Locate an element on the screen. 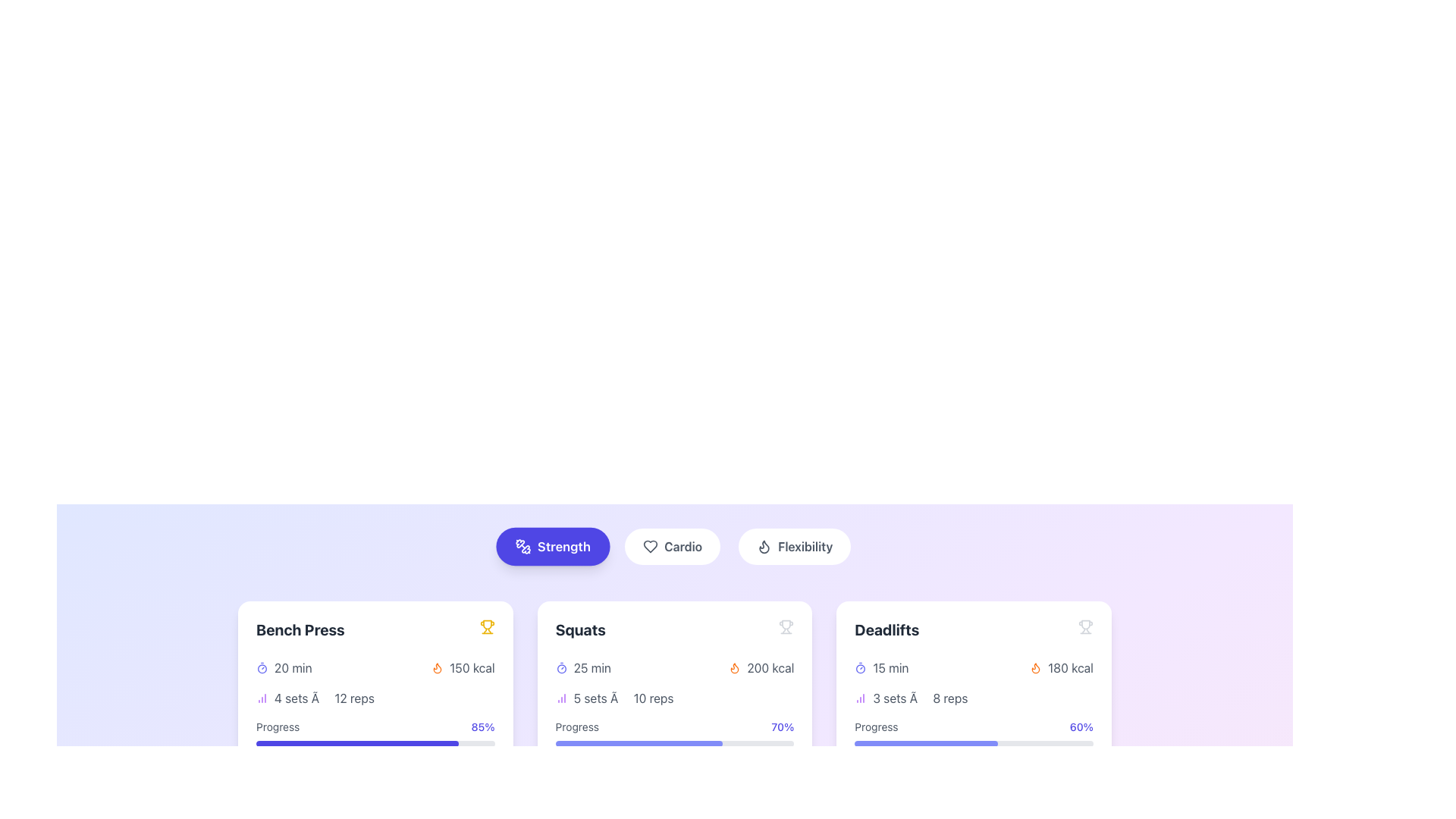 Image resolution: width=1456 pixels, height=819 pixels. the 'Progress' text label in the 'Squats' card, which is styled in small, gray font, located above the progress percentage and below the progress bar is located at coordinates (576, 726).